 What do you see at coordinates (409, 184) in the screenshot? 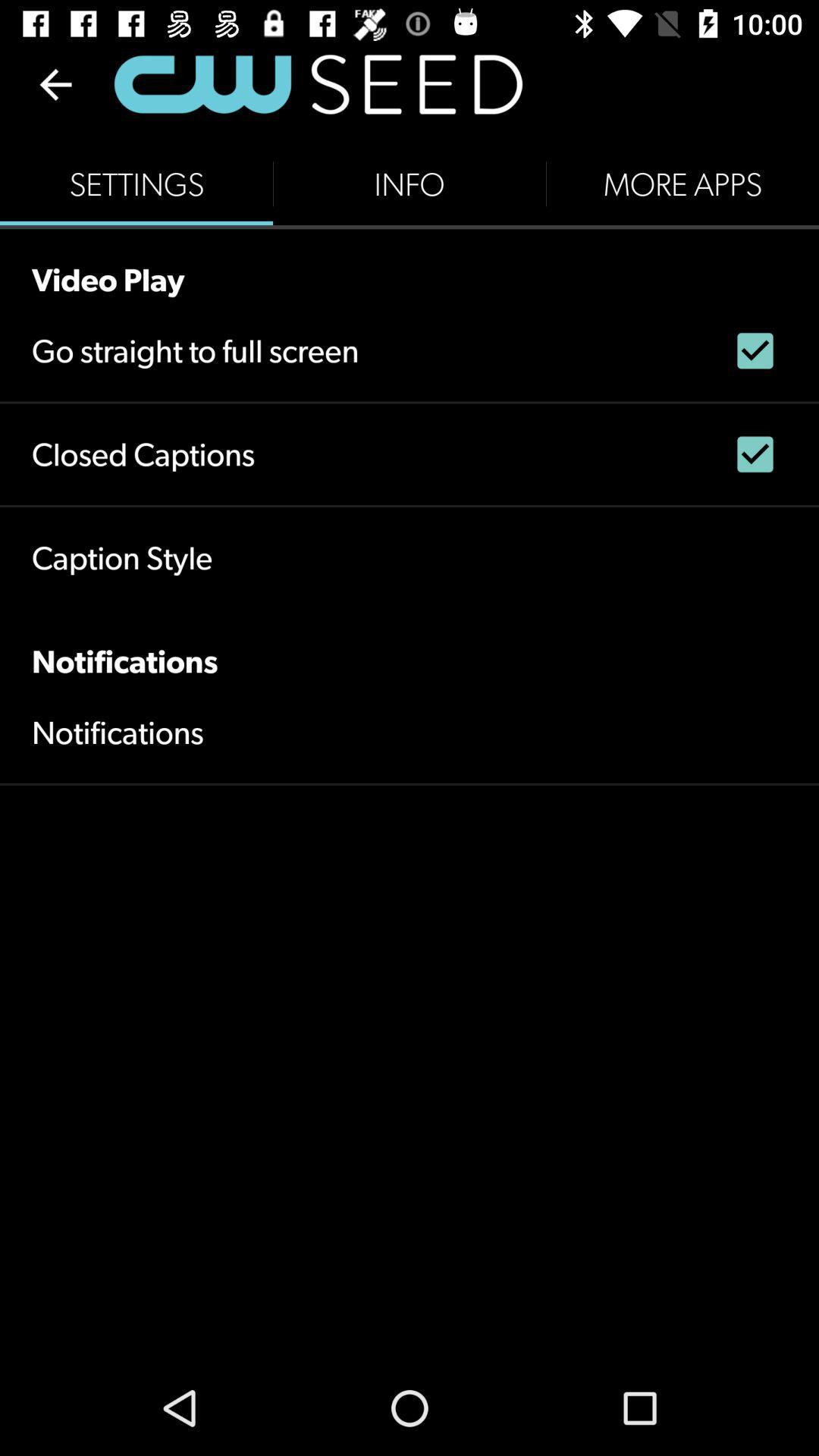
I see `the icon to the left of more apps item` at bounding box center [409, 184].